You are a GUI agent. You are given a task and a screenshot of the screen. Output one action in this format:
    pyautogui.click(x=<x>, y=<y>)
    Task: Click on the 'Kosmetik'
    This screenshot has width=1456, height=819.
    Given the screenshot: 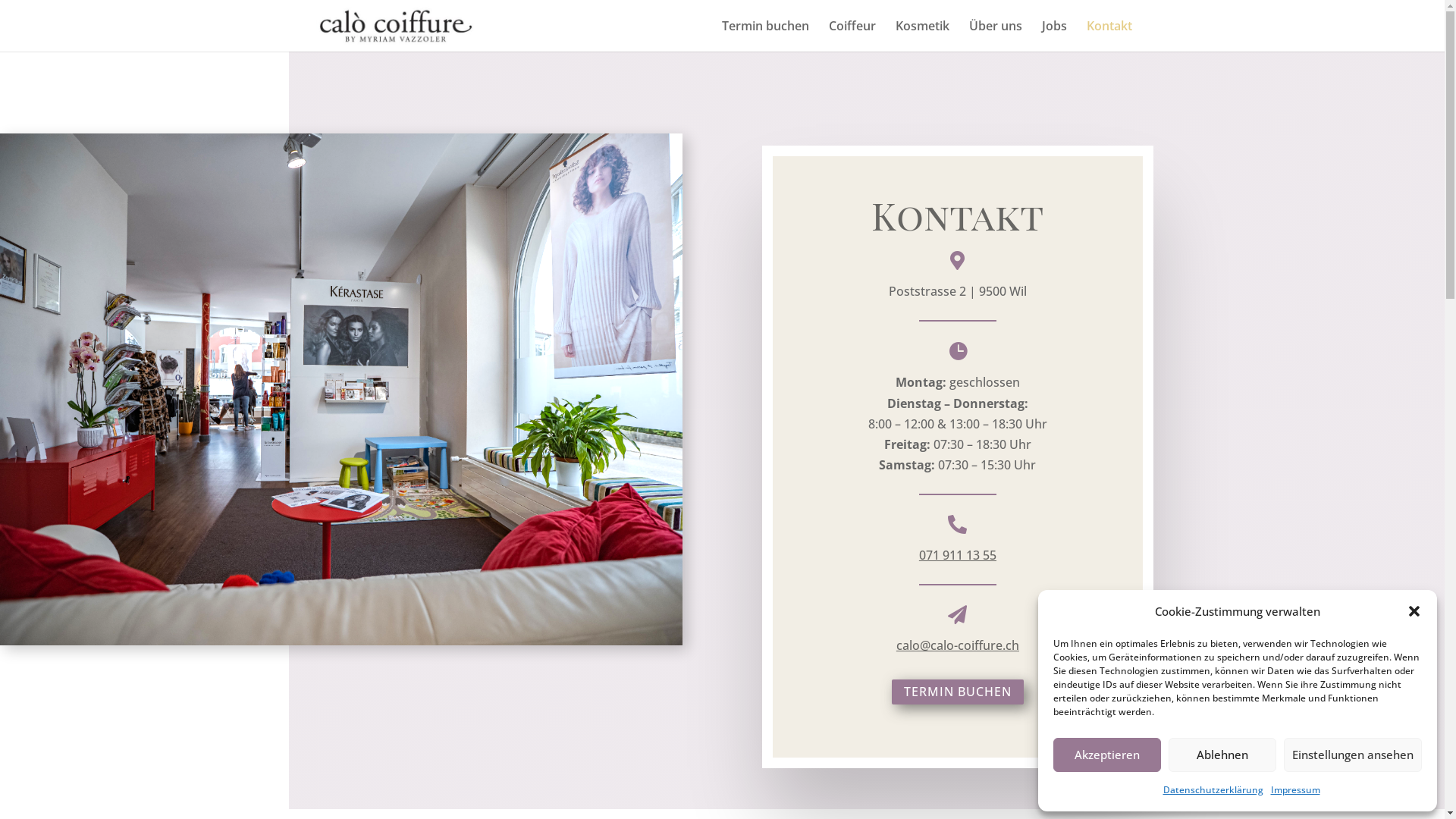 What is the action you would take?
    pyautogui.click(x=921, y=35)
    